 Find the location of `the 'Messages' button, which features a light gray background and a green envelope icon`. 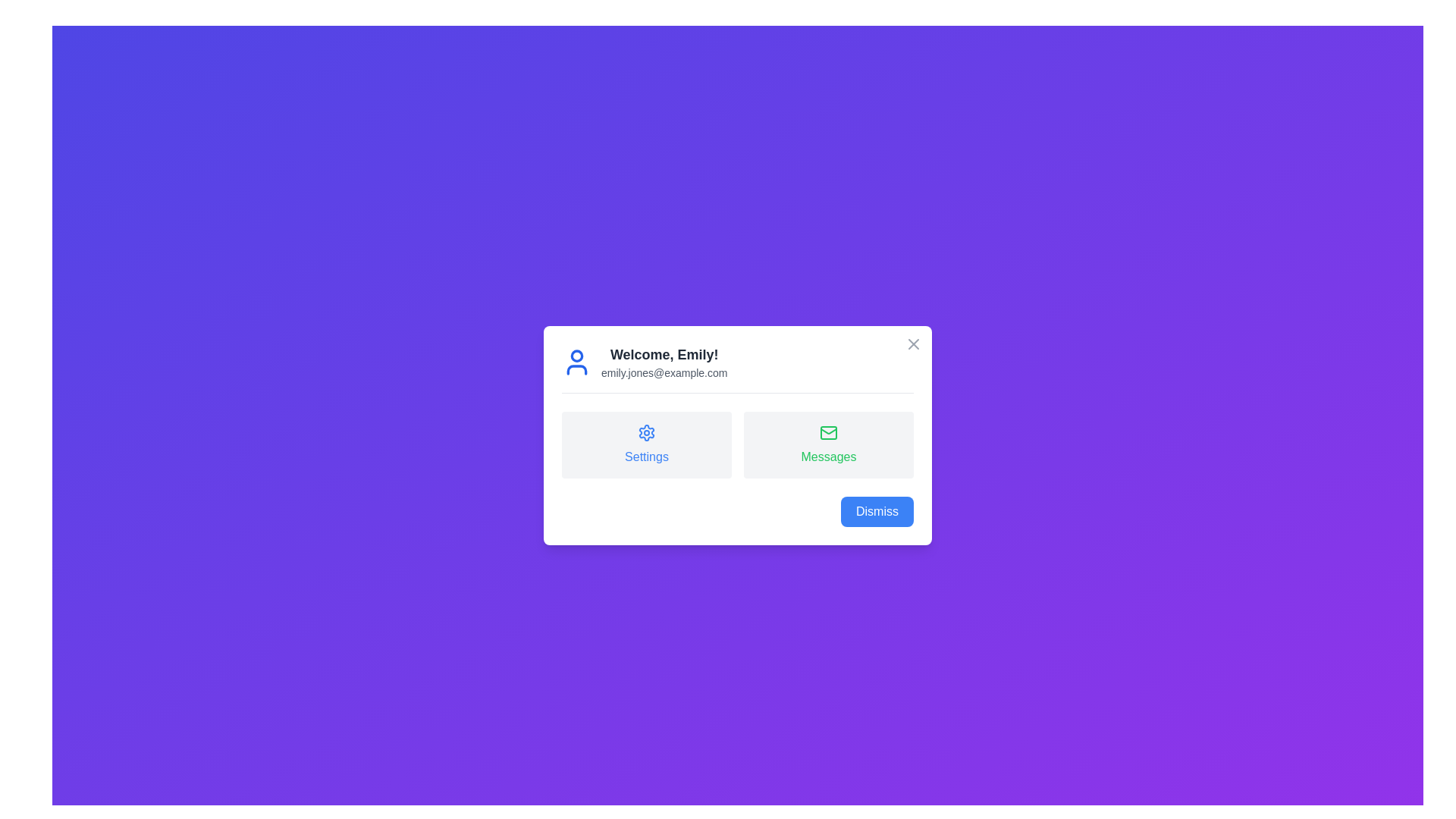

the 'Messages' button, which features a light gray background and a green envelope icon is located at coordinates (828, 444).